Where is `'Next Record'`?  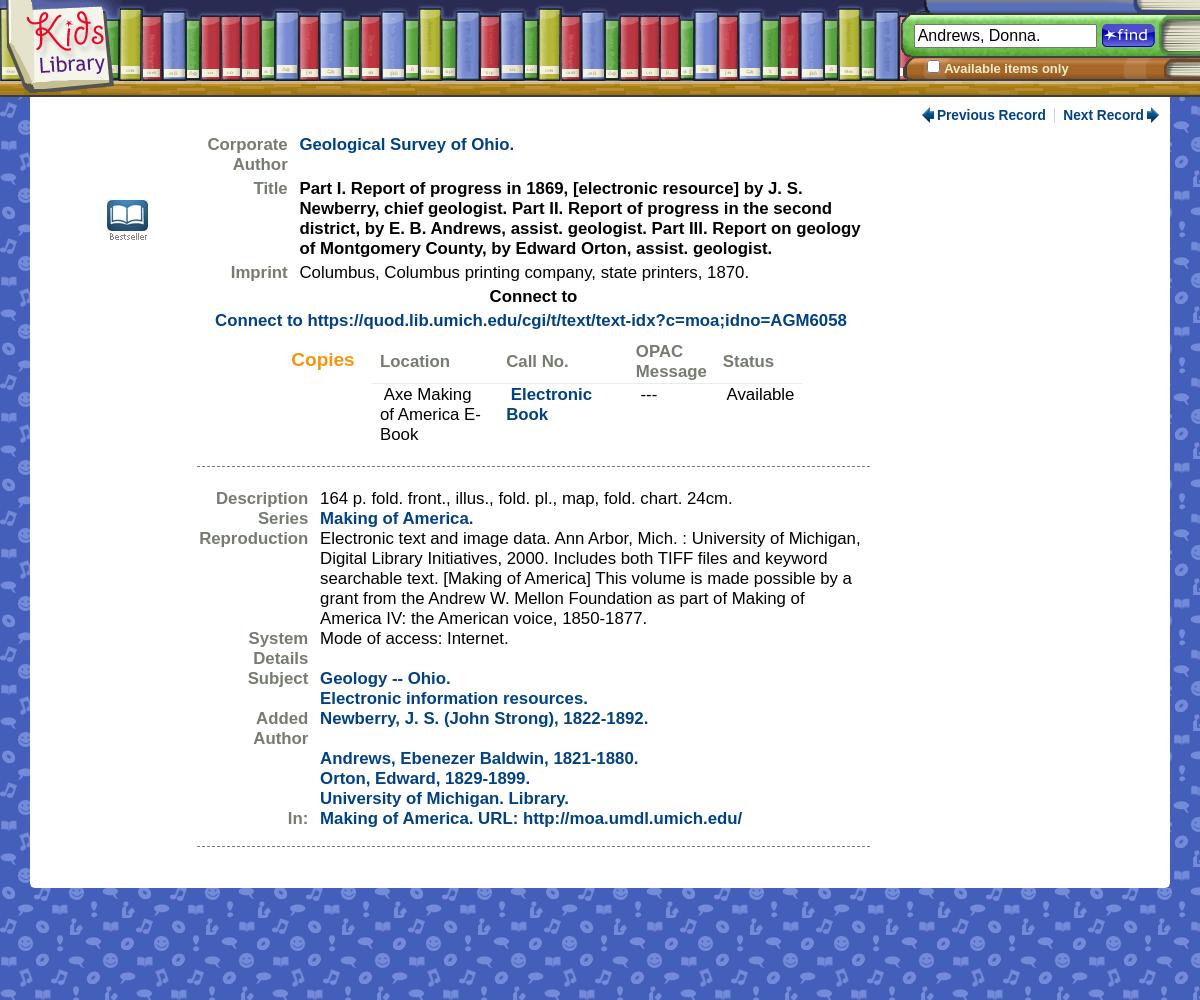 'Next Record' is located at coordinates (1061, 114).